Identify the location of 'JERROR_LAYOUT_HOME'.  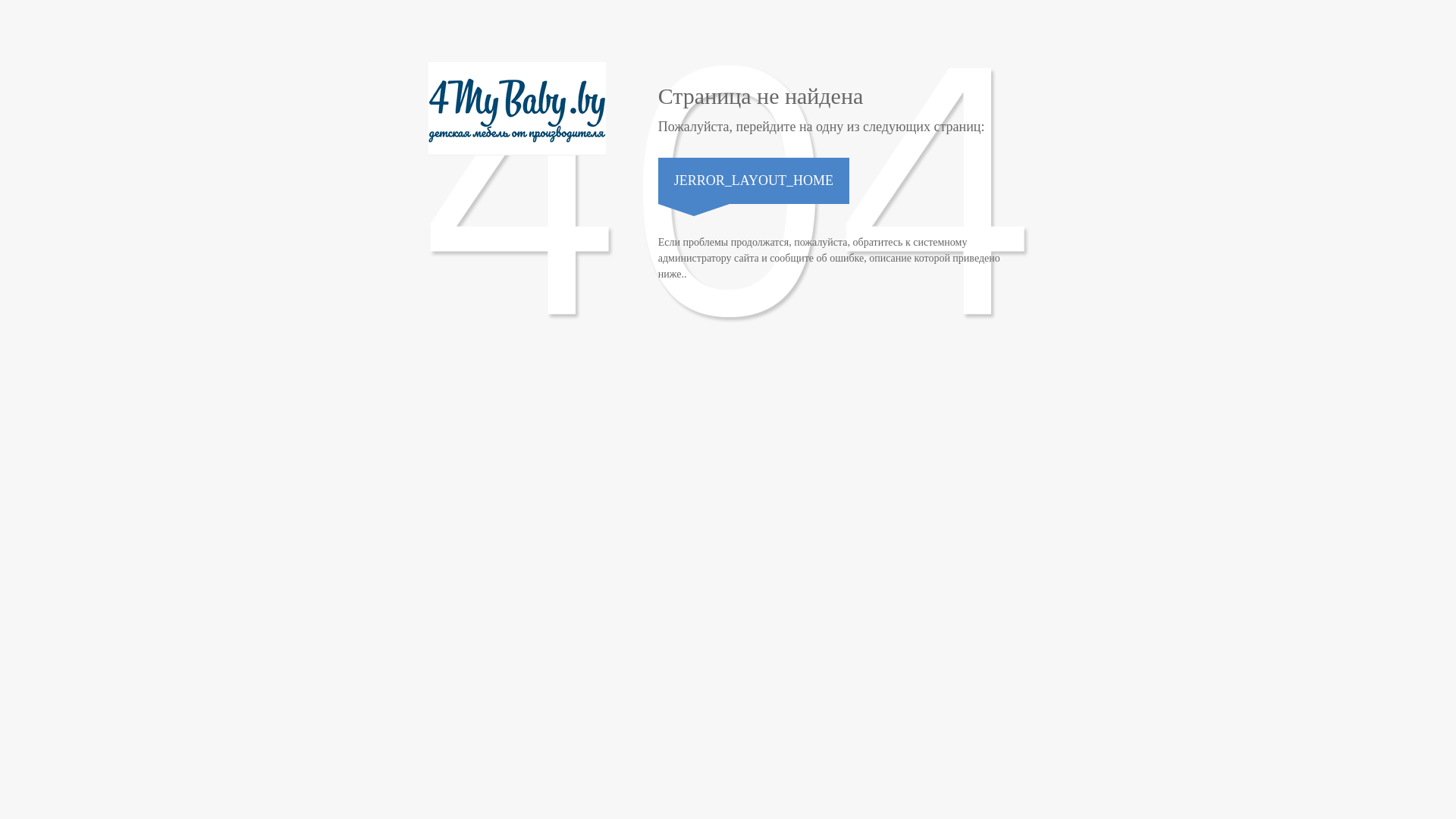
(753, 180).